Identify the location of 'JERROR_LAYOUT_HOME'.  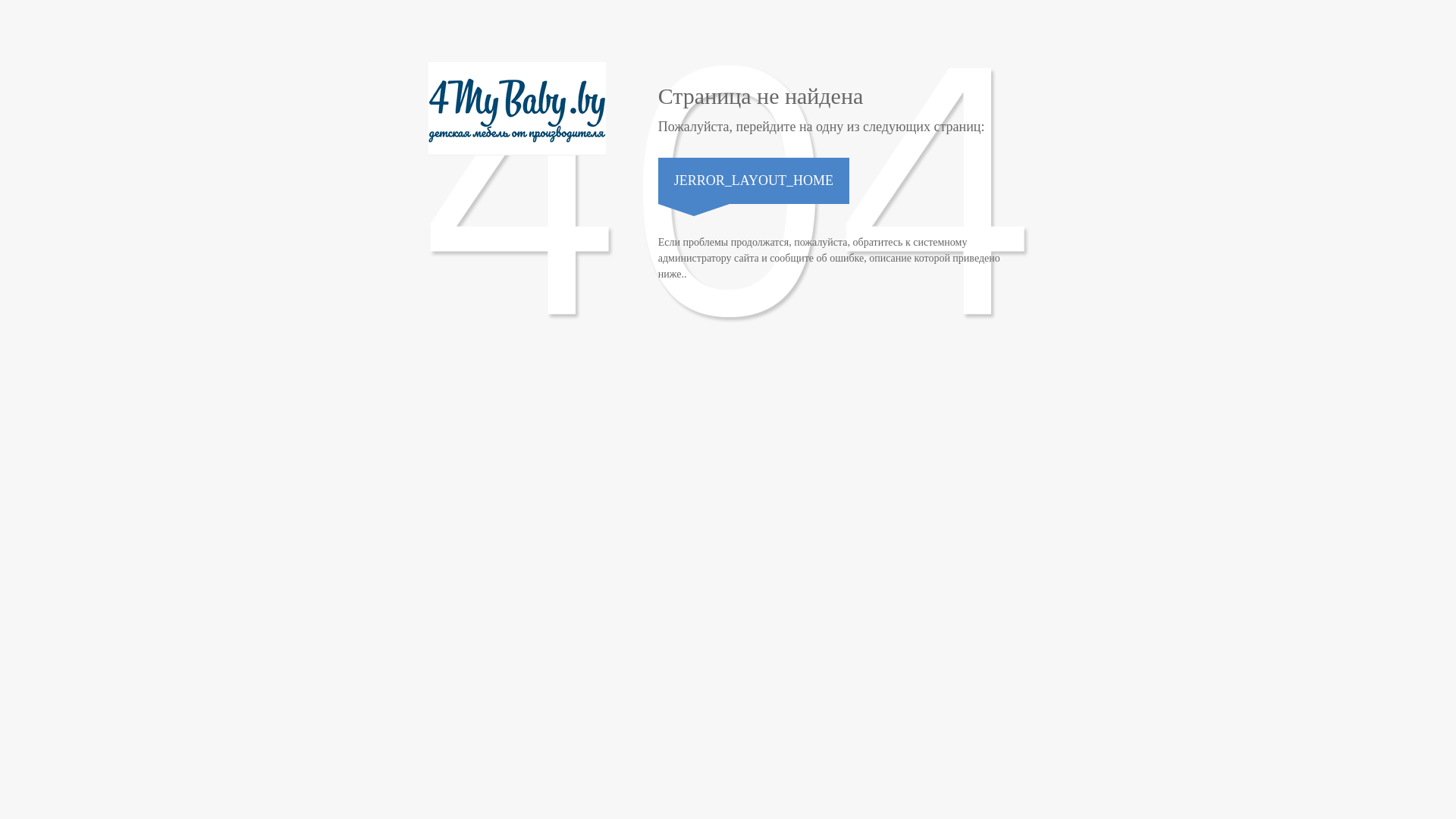
(753, 180).